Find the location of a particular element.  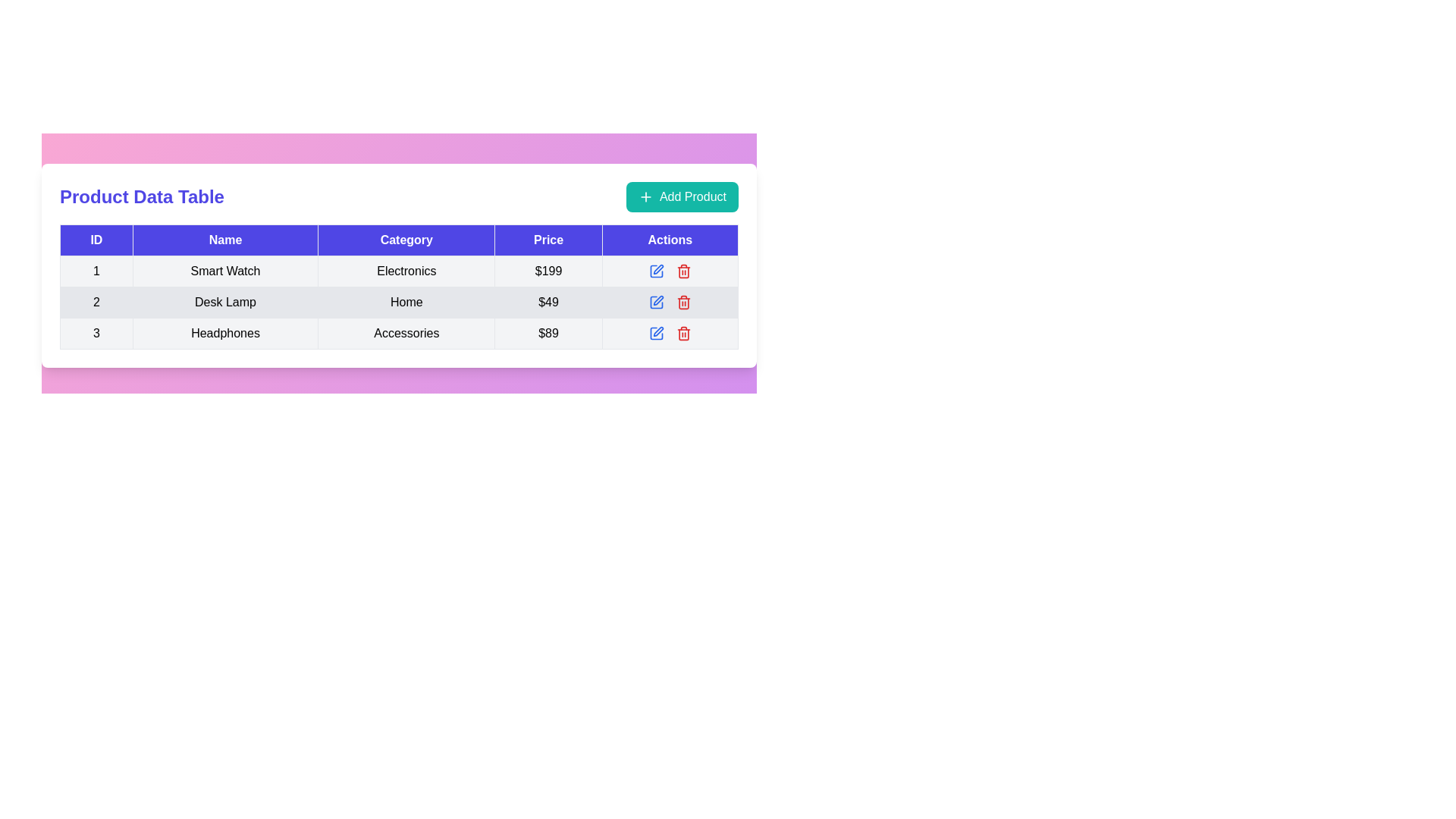

the Text Display that shows the price for the 'Desk Lamp' located in the fourth column of the second row of the table, adjacent to the 'Home' category on the left and the 'Actions' column on the right is located at coordinates (548, 302).